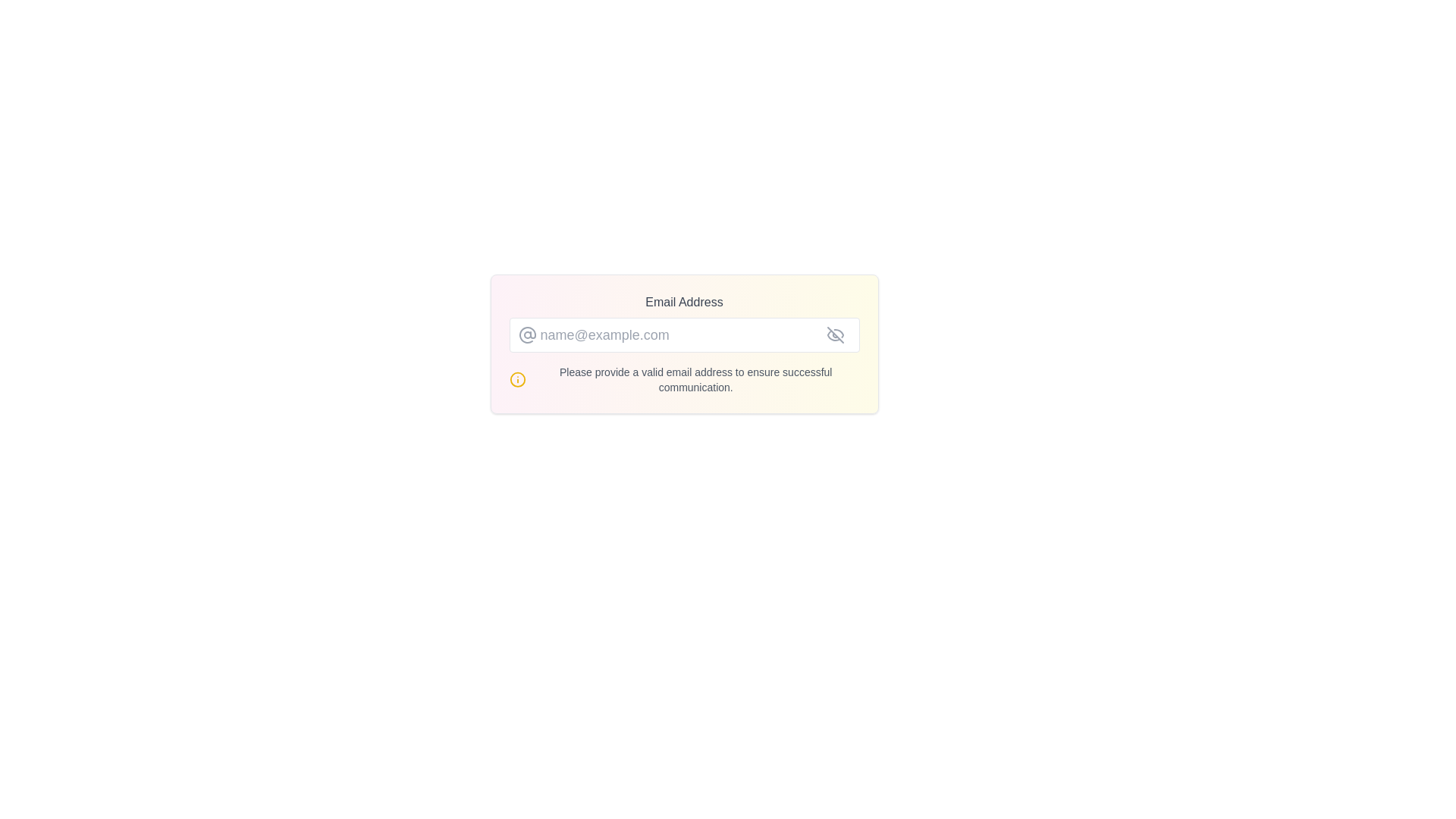 Image resolution: width=1456 pixels, height=819 pixels. I want to click on the eye-off icon button located at the right end of the email input field, so click(834, 334).